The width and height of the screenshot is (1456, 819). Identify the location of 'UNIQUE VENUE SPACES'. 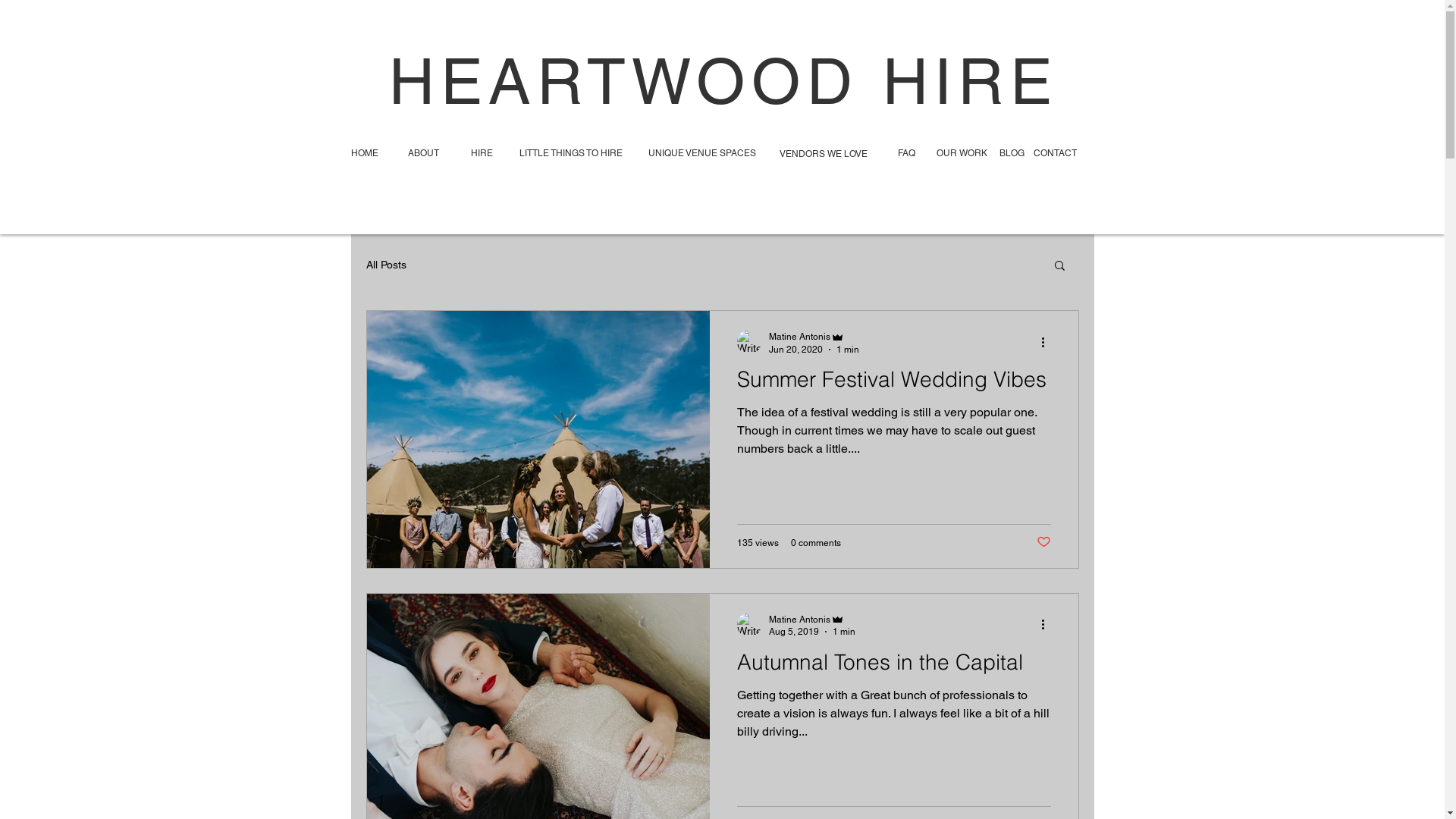
(648, 153).